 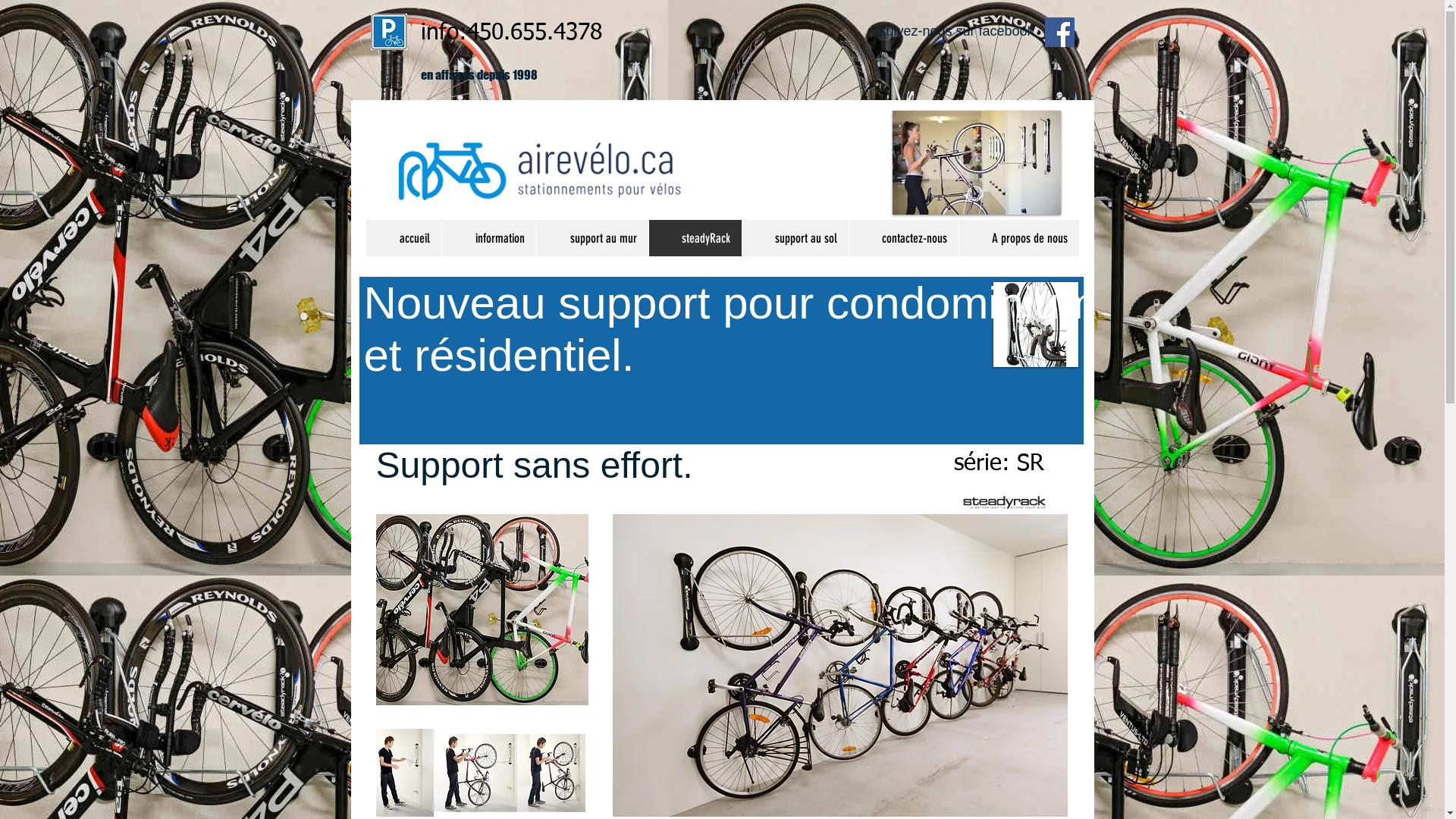 What do you see at coordinates (648, 237) in the screenshot?
I see `'steadyRack'` at bounding box center [648, 237].